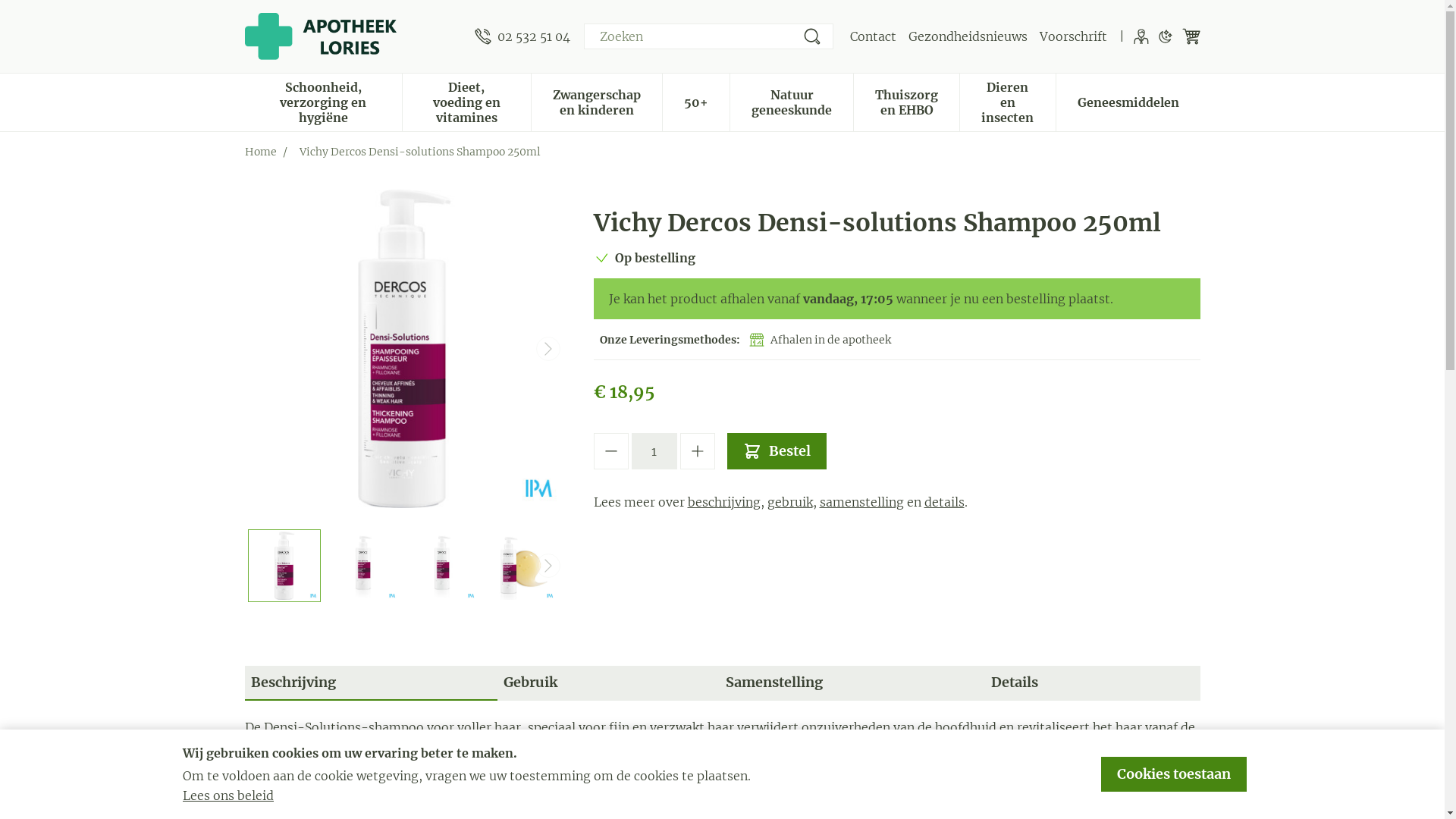  Describe the element at coordinates (352, 35) in the screenshot. I see `'Apotheek Lories'` at that location.